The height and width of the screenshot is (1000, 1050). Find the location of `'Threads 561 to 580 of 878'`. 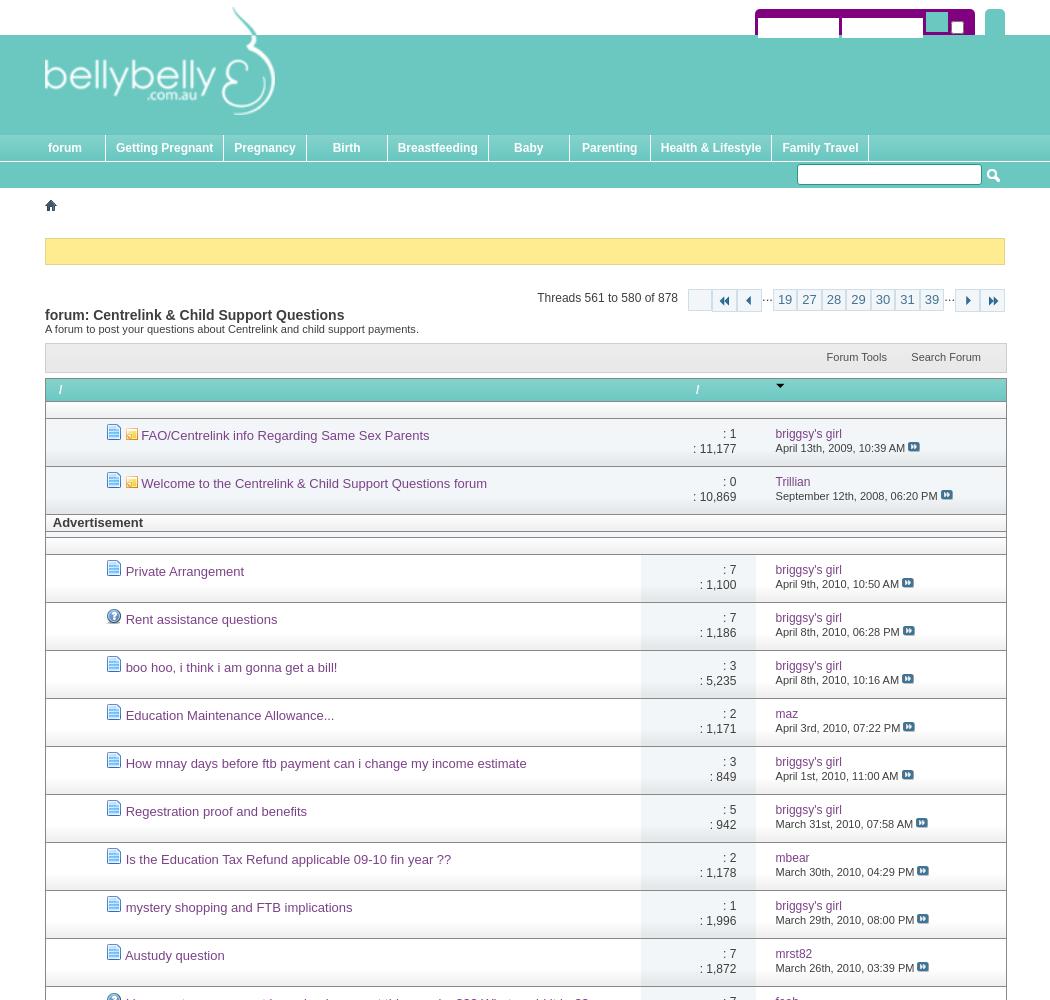

'Threads 561 to 580 of 878' is located at coordinates (536, 297).